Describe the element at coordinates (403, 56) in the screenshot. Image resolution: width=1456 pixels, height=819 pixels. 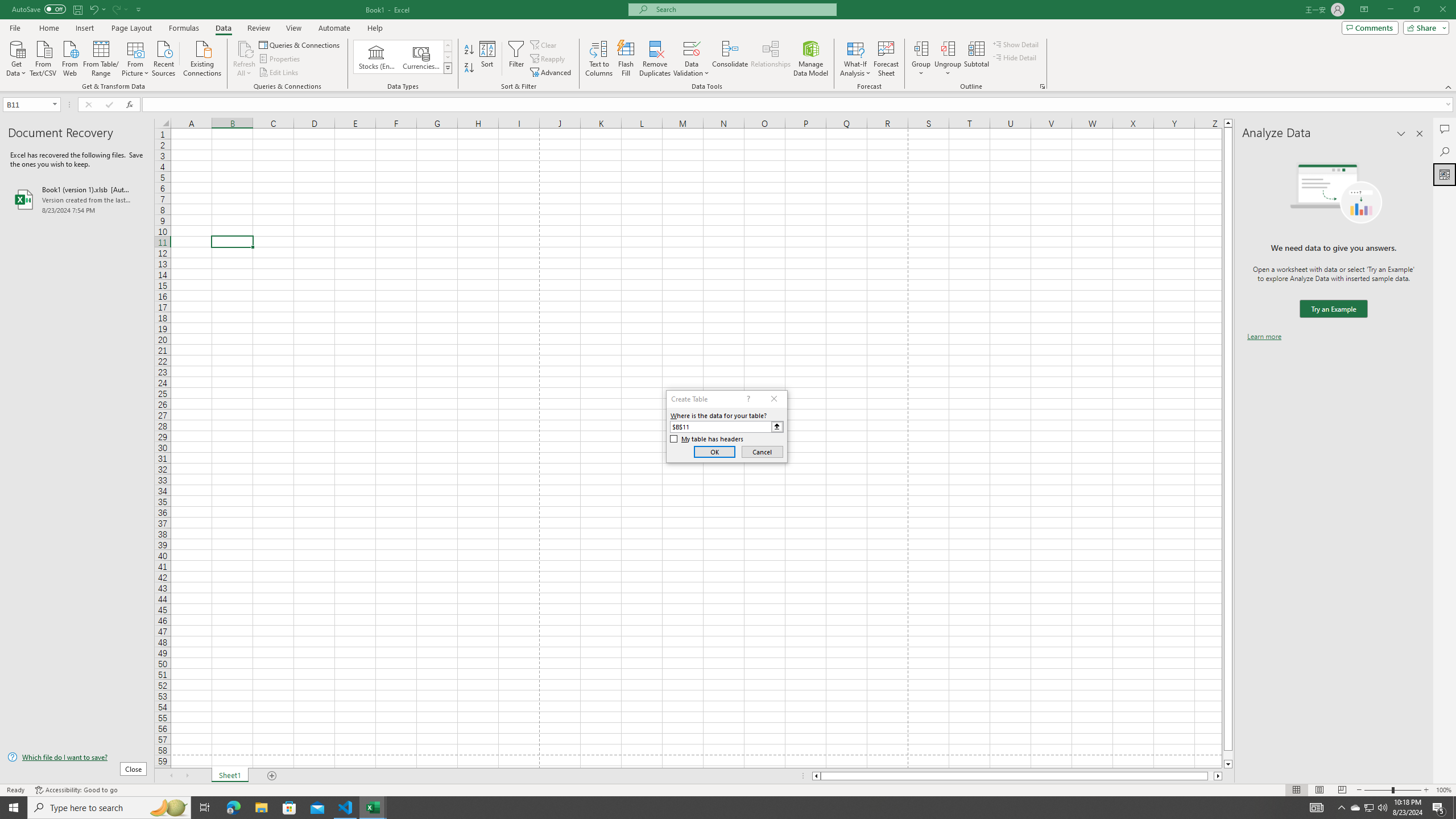
I see `'AutomationID: ConvertToLinkedEntity'` at that location.